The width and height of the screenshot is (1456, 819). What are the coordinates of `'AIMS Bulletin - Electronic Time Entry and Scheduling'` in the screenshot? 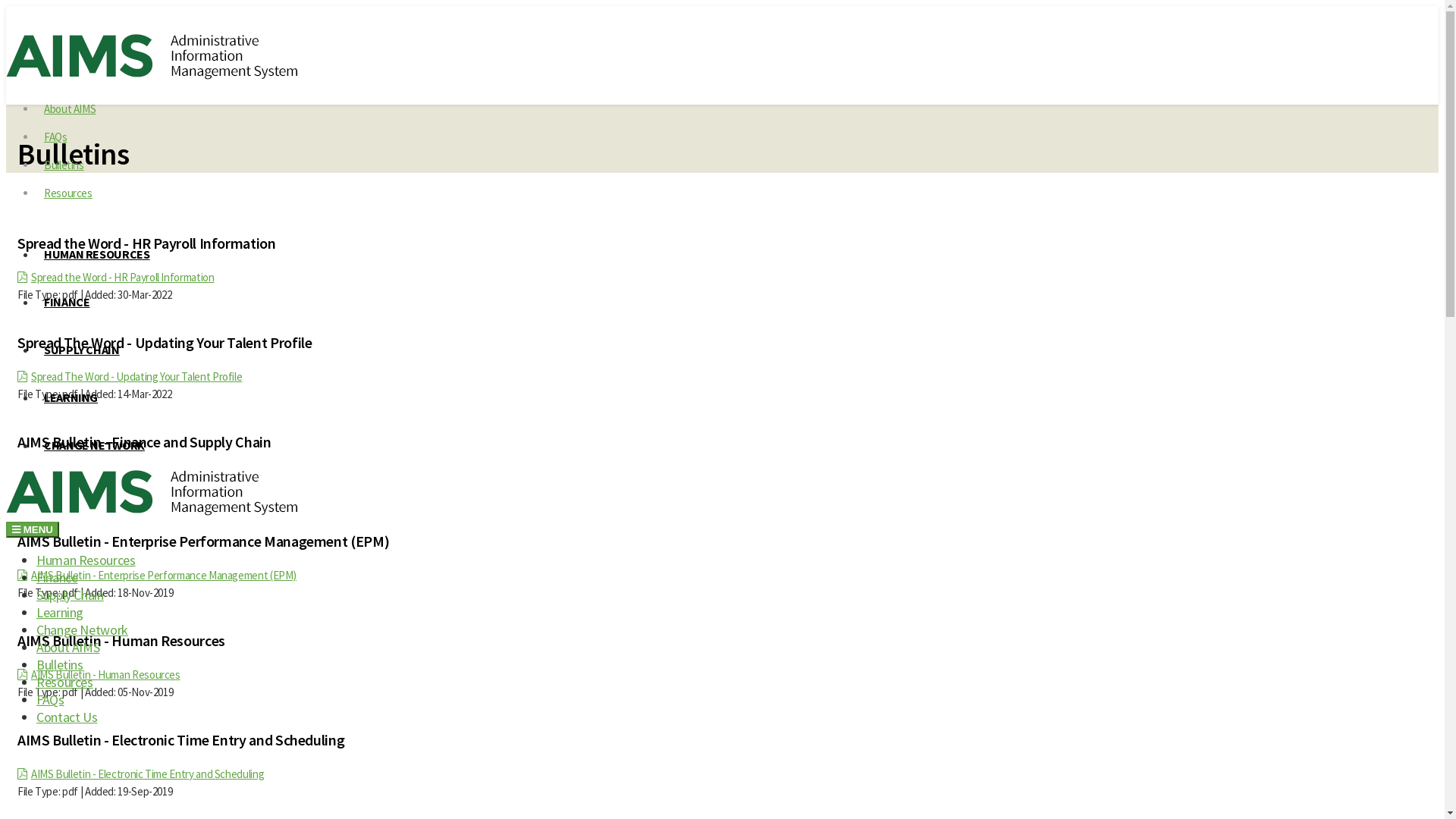 It's located at (147, 773).